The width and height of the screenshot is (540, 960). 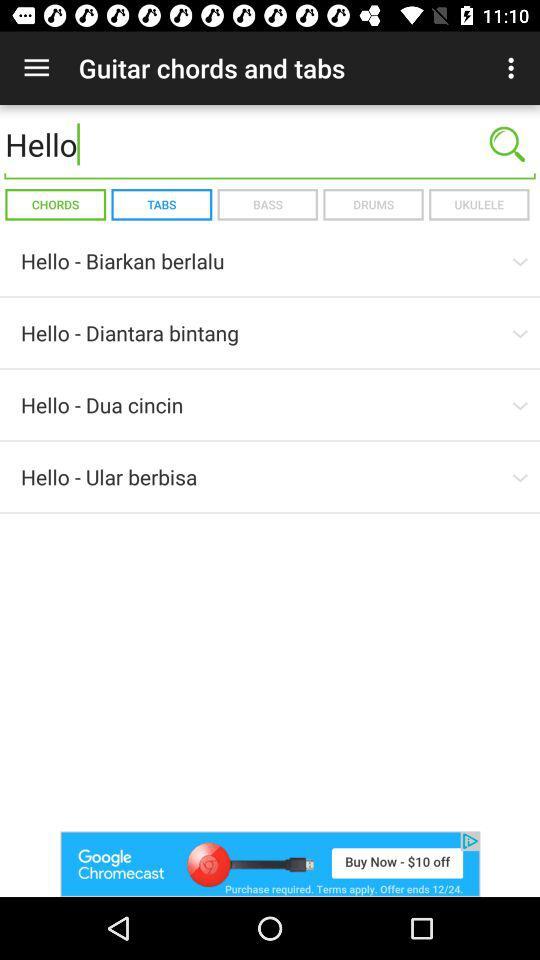 What do you see at coordinates (507, 143) in the screenshot?
I see `the search icon` at bounding box center [507, 143].